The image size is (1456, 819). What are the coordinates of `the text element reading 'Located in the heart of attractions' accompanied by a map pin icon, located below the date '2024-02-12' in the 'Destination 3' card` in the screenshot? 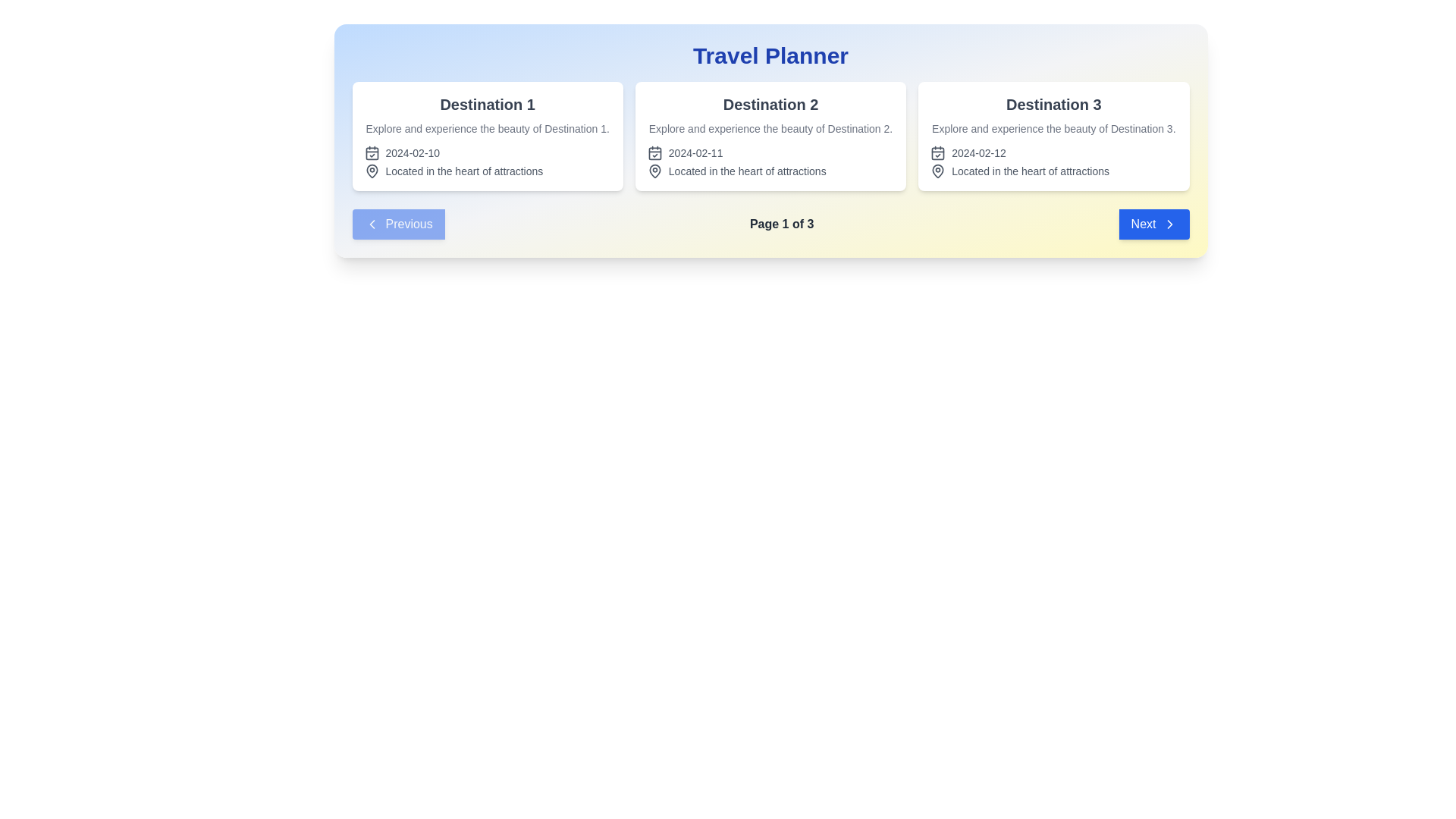 It's located at (1053, 171).